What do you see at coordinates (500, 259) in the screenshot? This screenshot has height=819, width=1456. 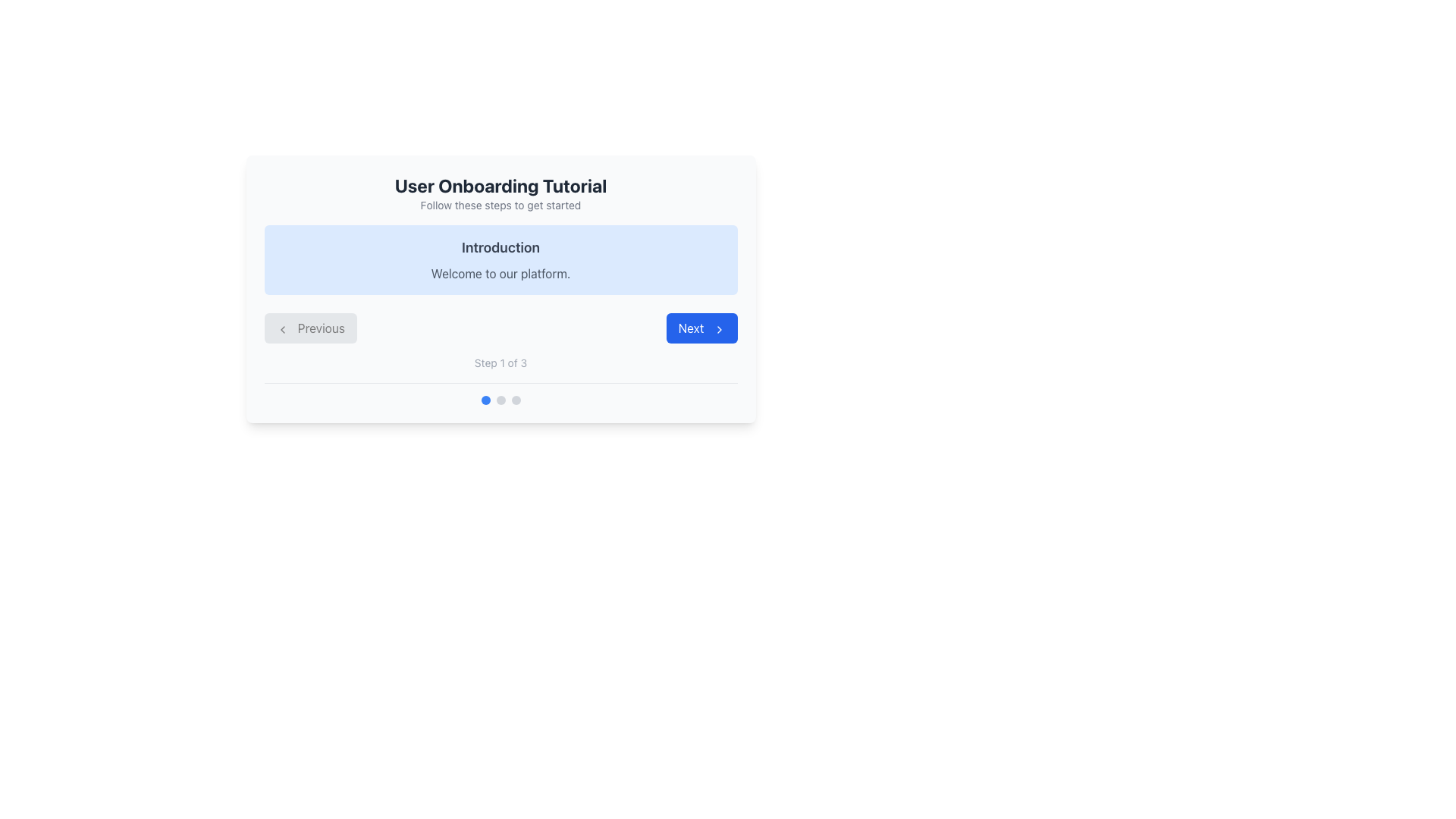 I see `the Informational section, which is a rectangular blue box with rounded corners containing the title 'Introduction' in bold gray text and a subtitle 'Welcome to our platform.'` at bounding box center [500, 259].